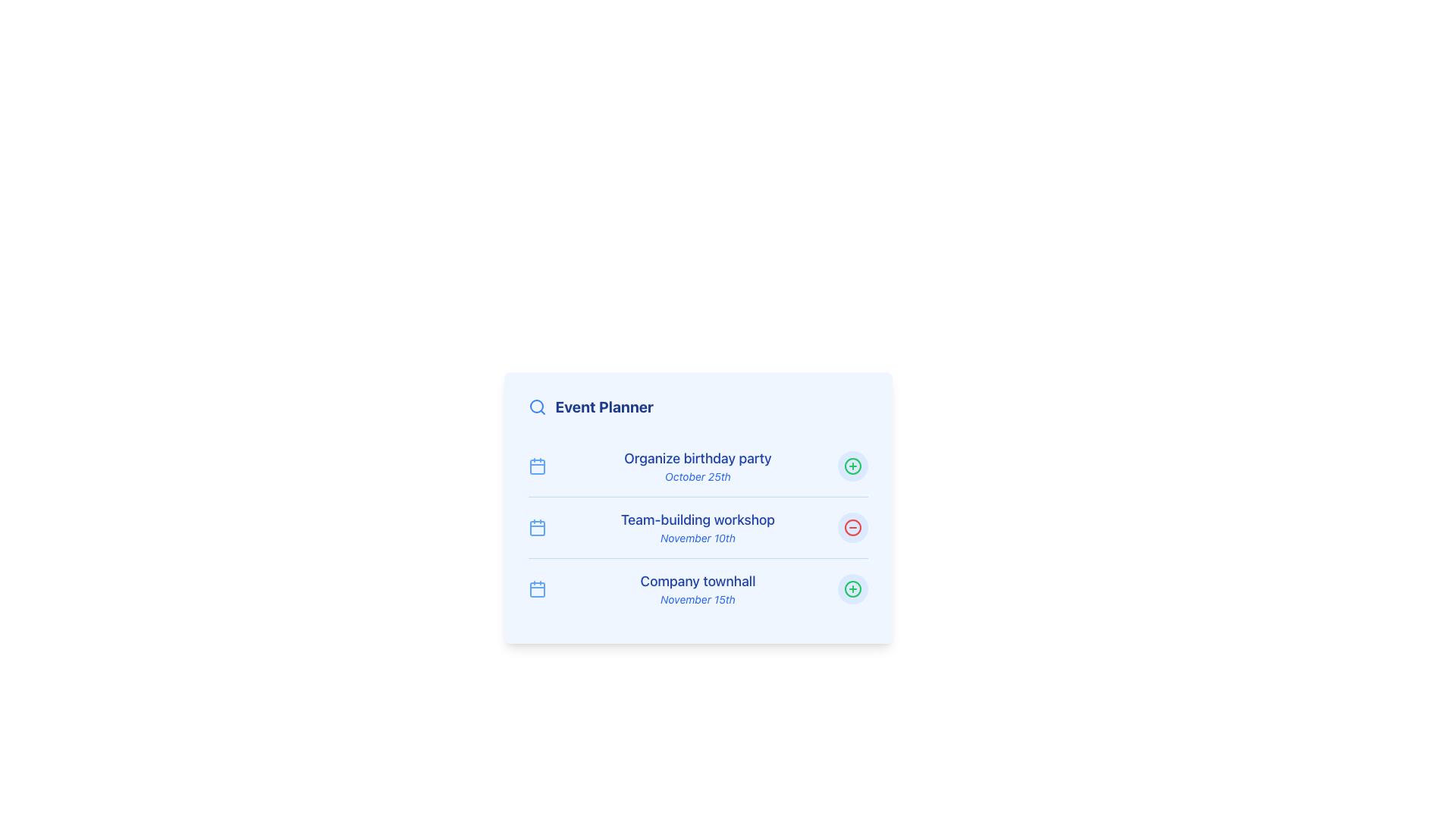 The height and width of the screenshot is (819, 1456). What do you see at coordinates (697, 581) in the screenshot?
I see `text label that serves as the title for the event entry, which states 'Company townhall'` at bounding box center [697, 581].